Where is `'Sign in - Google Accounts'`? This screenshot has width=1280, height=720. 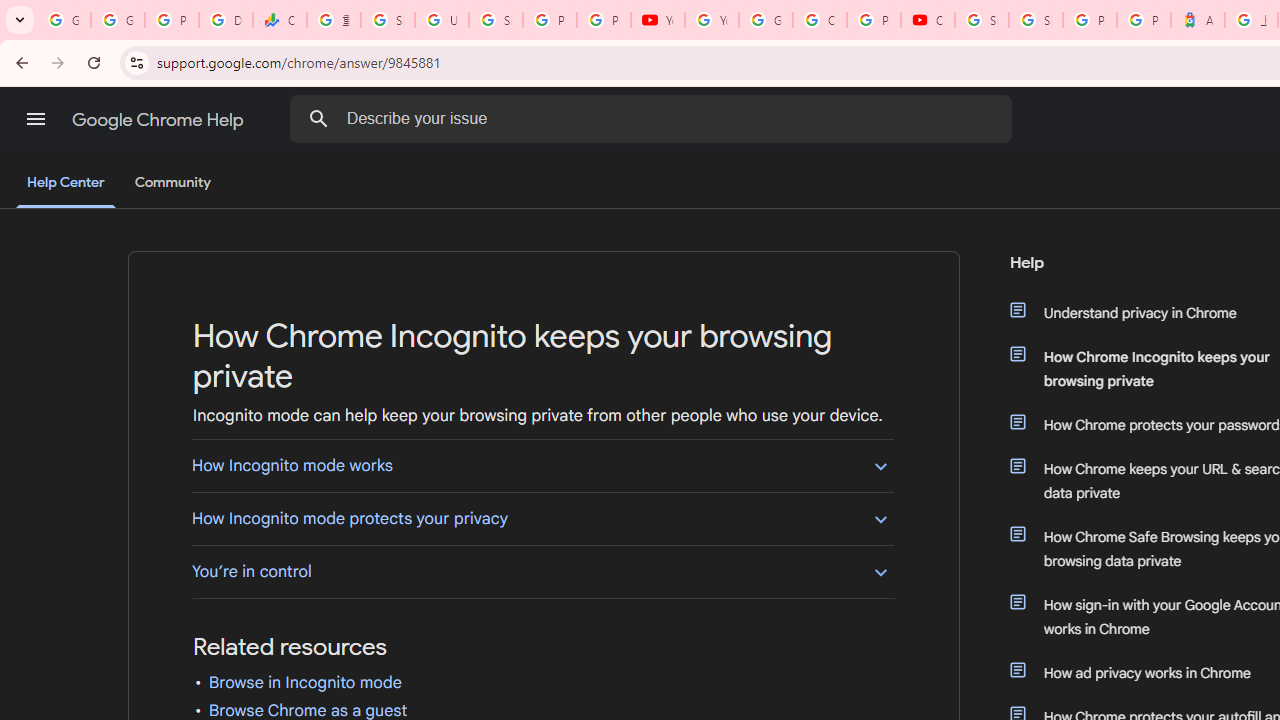 'Sign in - Google Accounts' is located at coordinates (1036, 20).